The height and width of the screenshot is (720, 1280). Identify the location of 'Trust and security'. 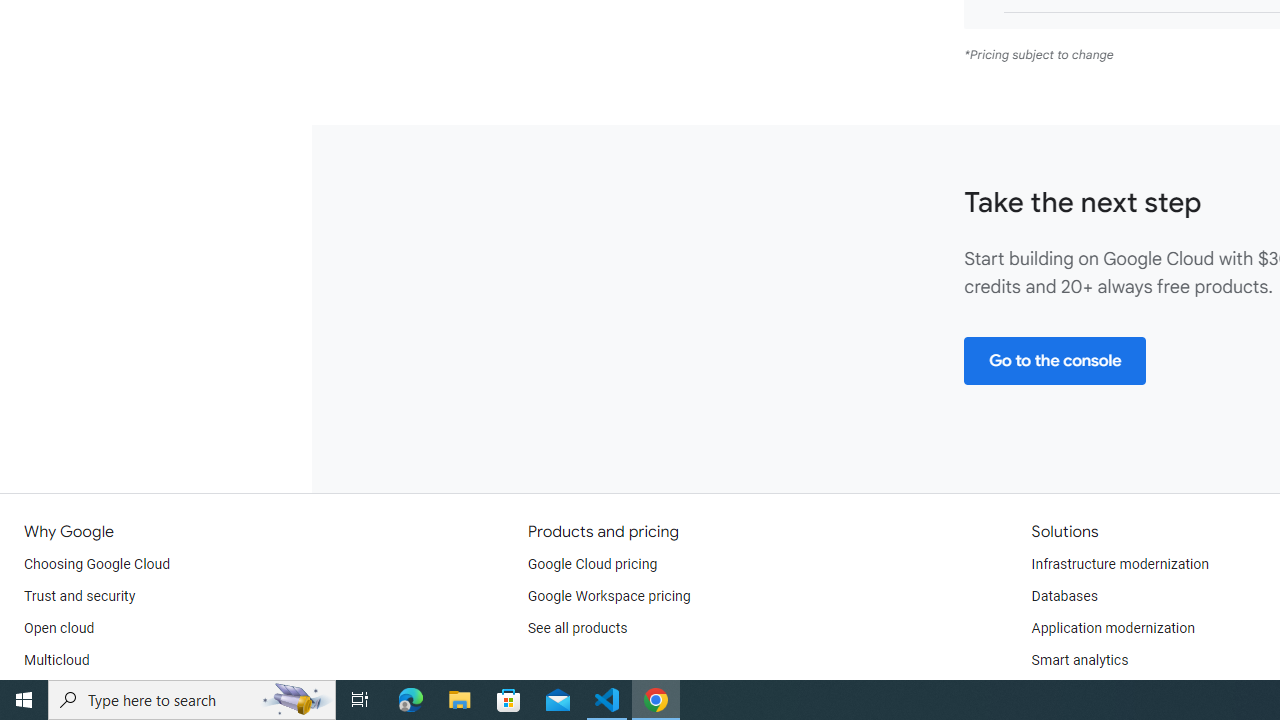
(80, 595).